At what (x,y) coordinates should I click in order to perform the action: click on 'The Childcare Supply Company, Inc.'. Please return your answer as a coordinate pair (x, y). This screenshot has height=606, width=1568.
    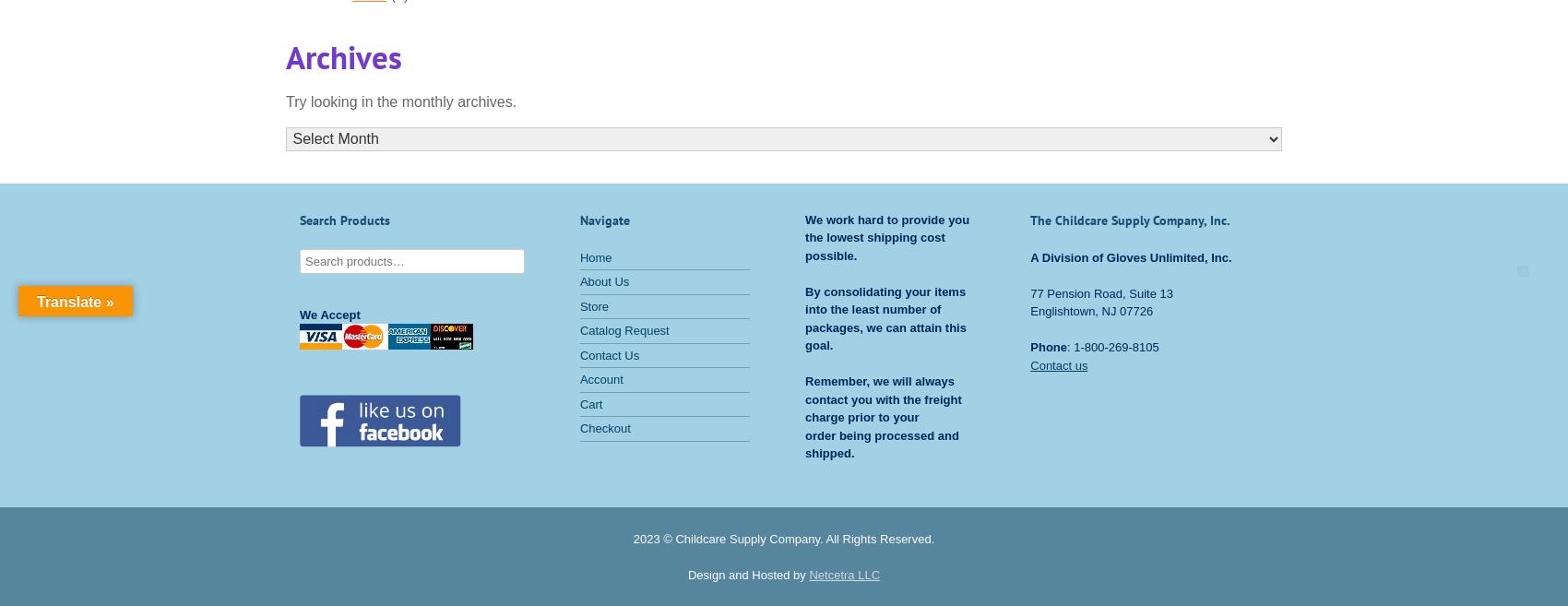
    Looking at the image, I should click on (1129, 220).